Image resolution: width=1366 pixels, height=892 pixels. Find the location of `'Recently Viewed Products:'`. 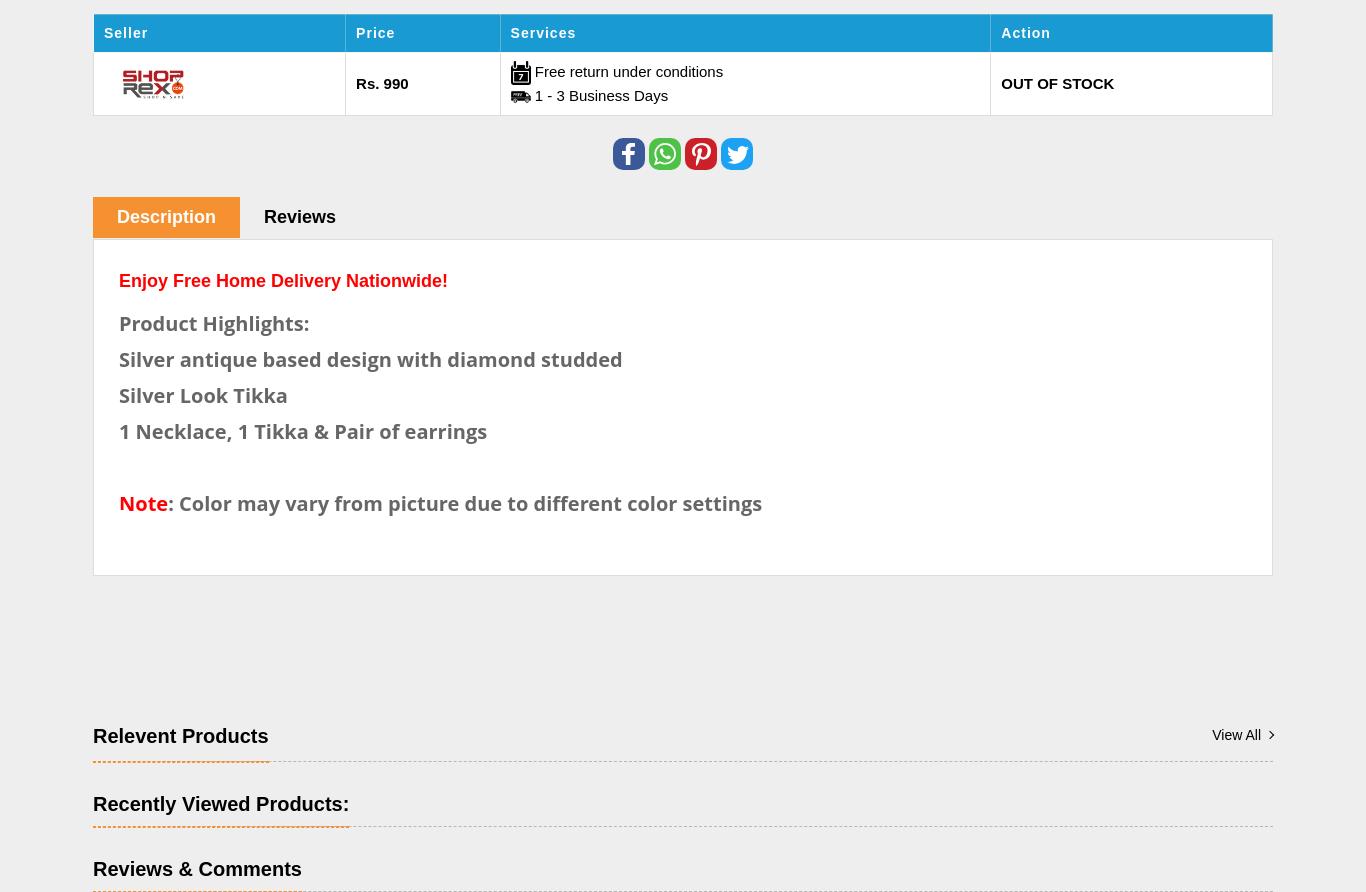

'Recently Viewed Products:' is located at coordinates (220, 801).